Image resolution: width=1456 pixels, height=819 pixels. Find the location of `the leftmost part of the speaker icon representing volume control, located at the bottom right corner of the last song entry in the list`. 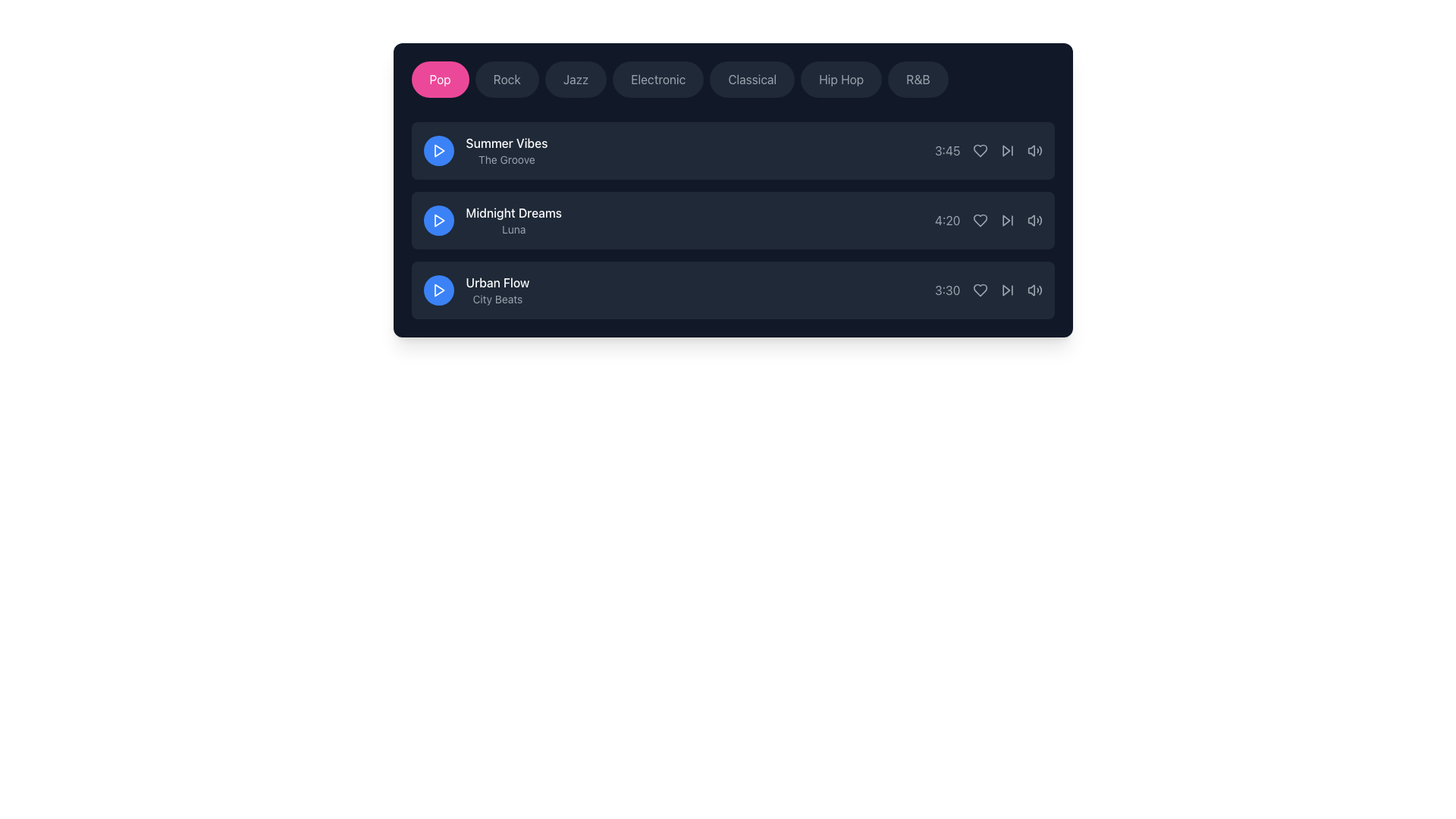

the leftmost part of the speaker icon representing volume control, located at the bottom right corner of the last song entry in the list is located at coordinates (1031, 290).